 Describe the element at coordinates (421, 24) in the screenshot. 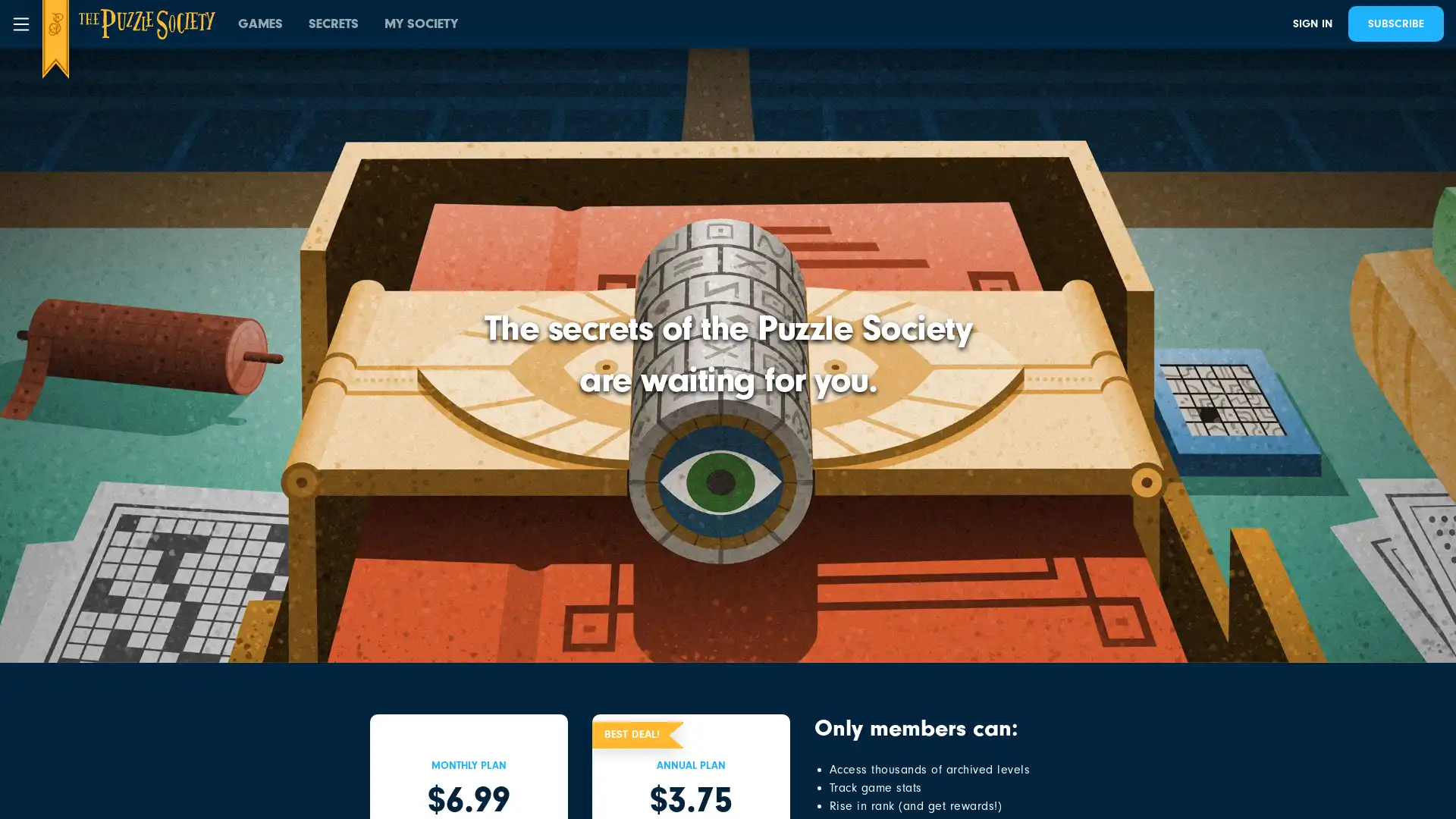

I see `MY SOCIETY` at that location.